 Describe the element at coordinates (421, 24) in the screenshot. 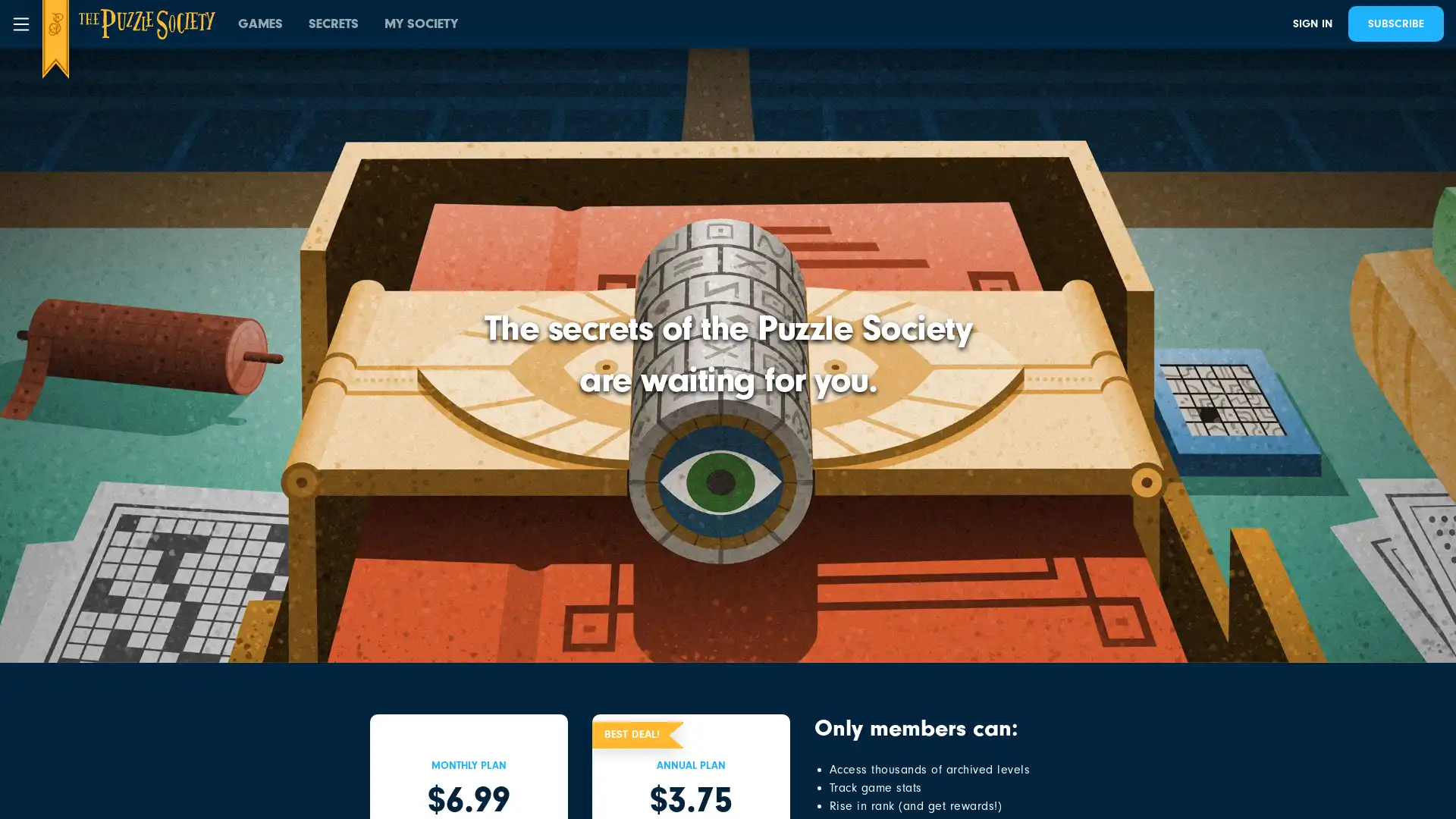

I see `MY SOCIETY` at that location.